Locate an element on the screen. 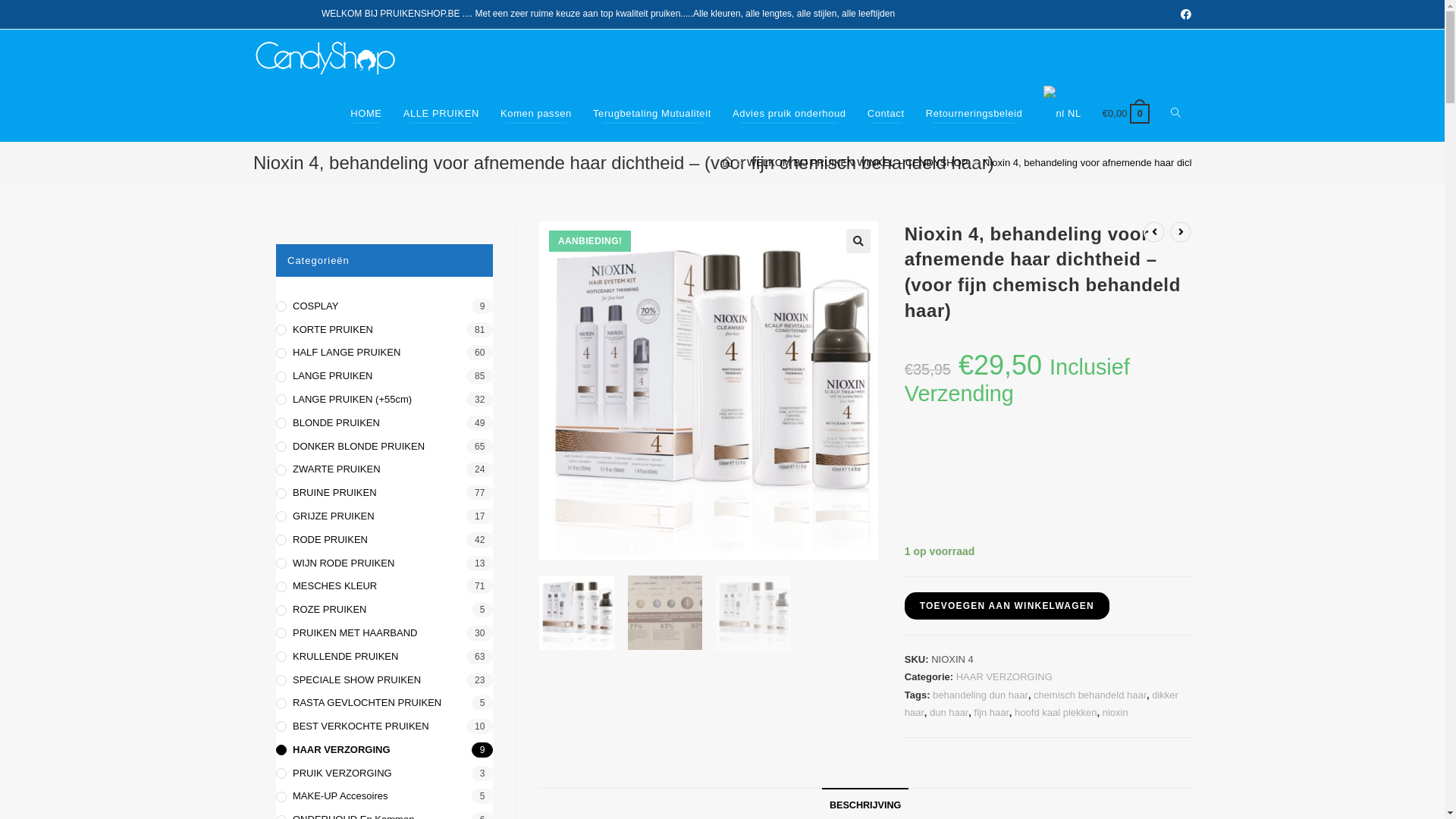  'PRUIK VERZORGING' is located at coordinates (384, 773).